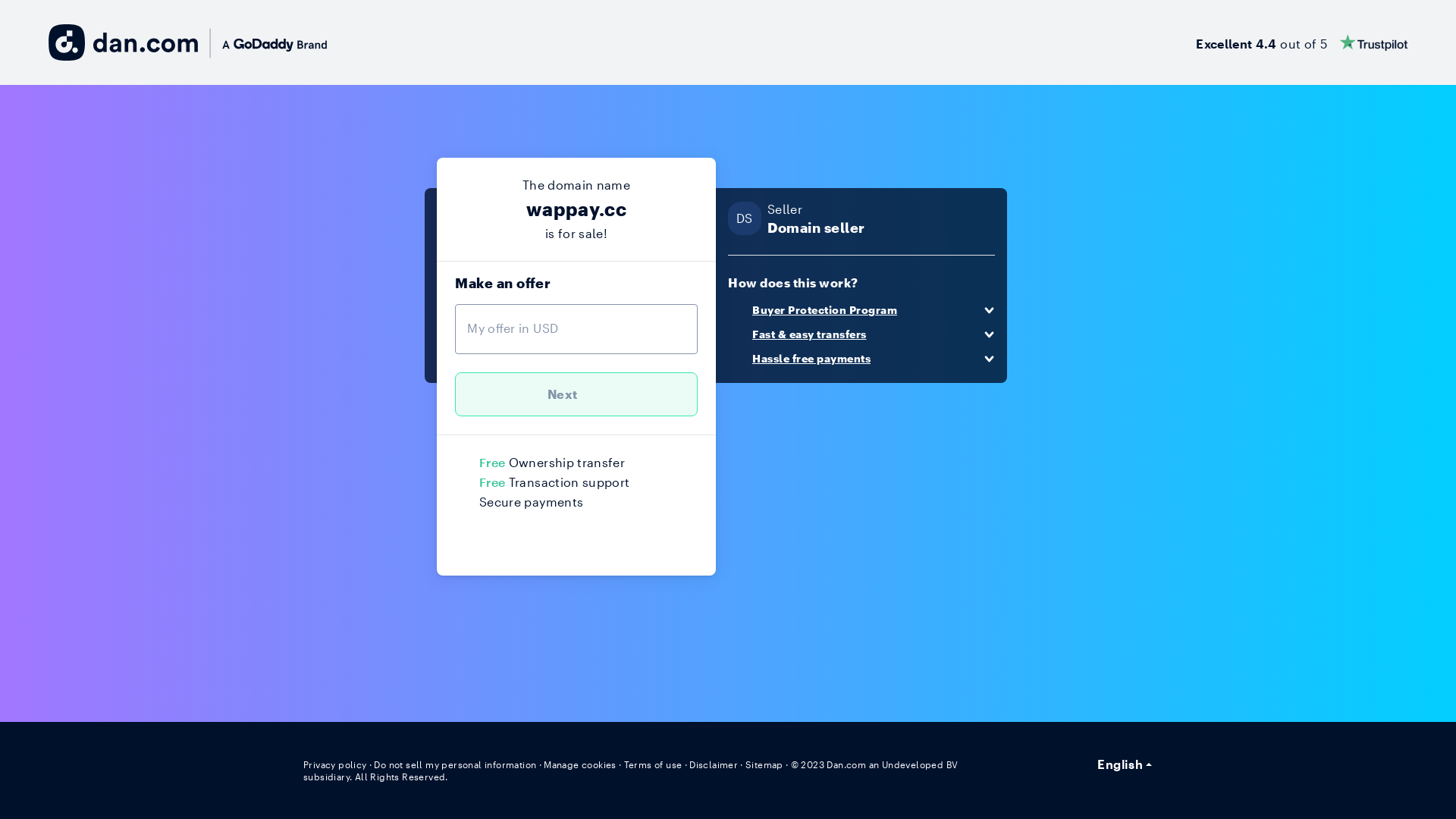 This screenshot has height=819, width=1456. I want to click on 'Privacy policy', so click(332, 764).